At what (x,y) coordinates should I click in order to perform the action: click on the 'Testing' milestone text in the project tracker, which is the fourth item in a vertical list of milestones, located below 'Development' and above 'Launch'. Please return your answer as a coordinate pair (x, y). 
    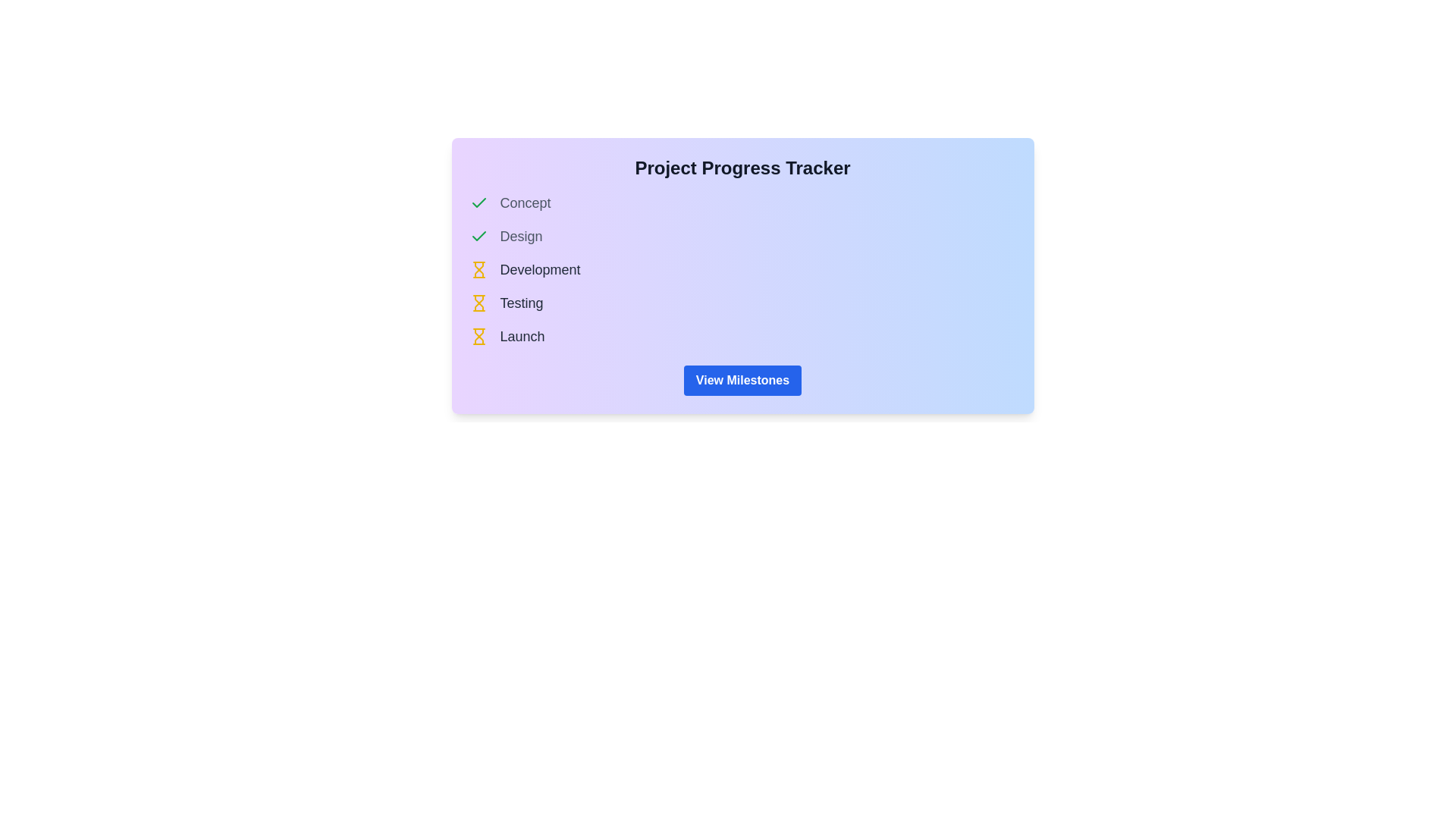
    Looking at the image, I should click on (521, 303).